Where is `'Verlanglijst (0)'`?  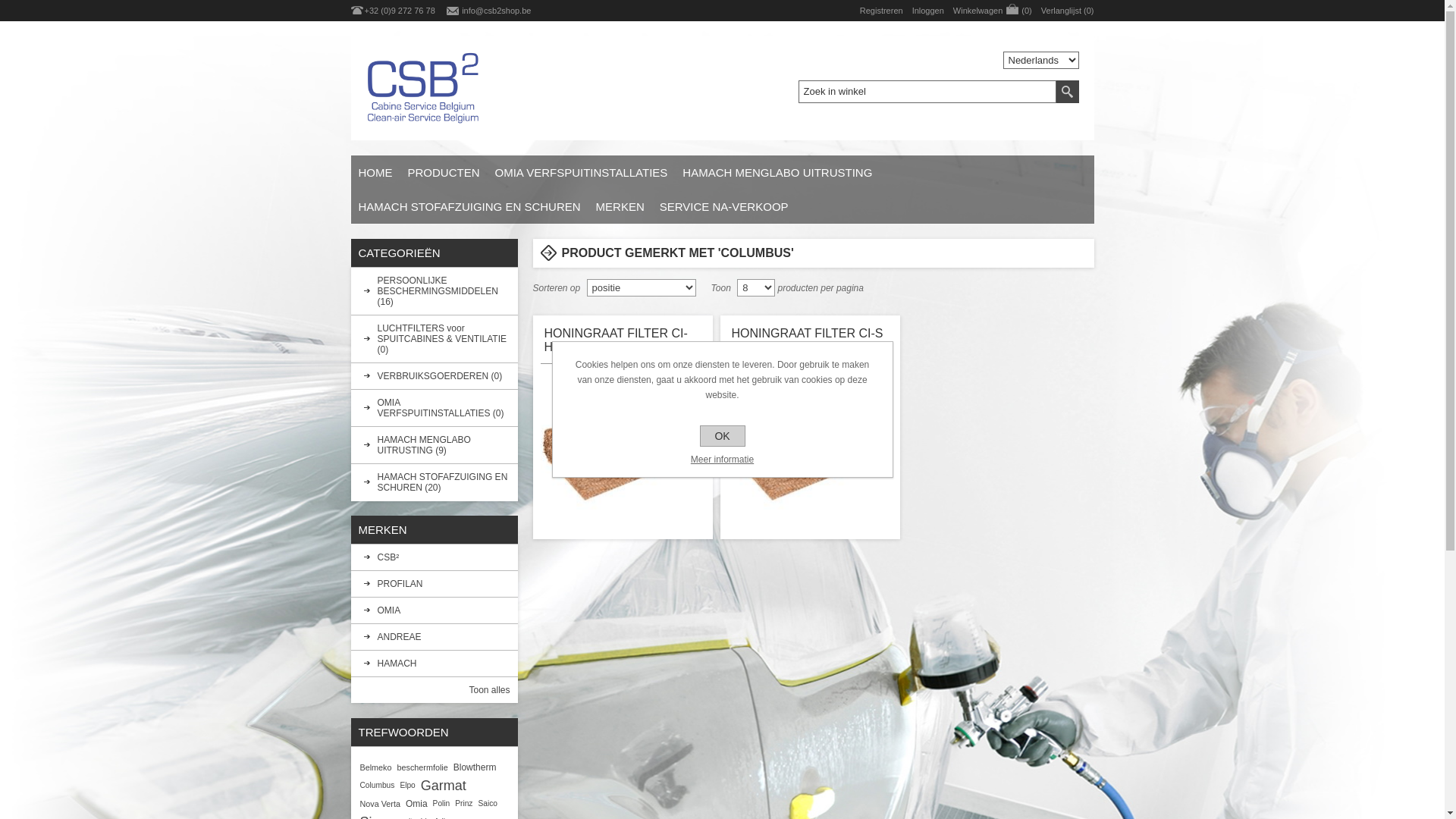 'Verlanglijst (0)' is located at coordinates (1066, 11).